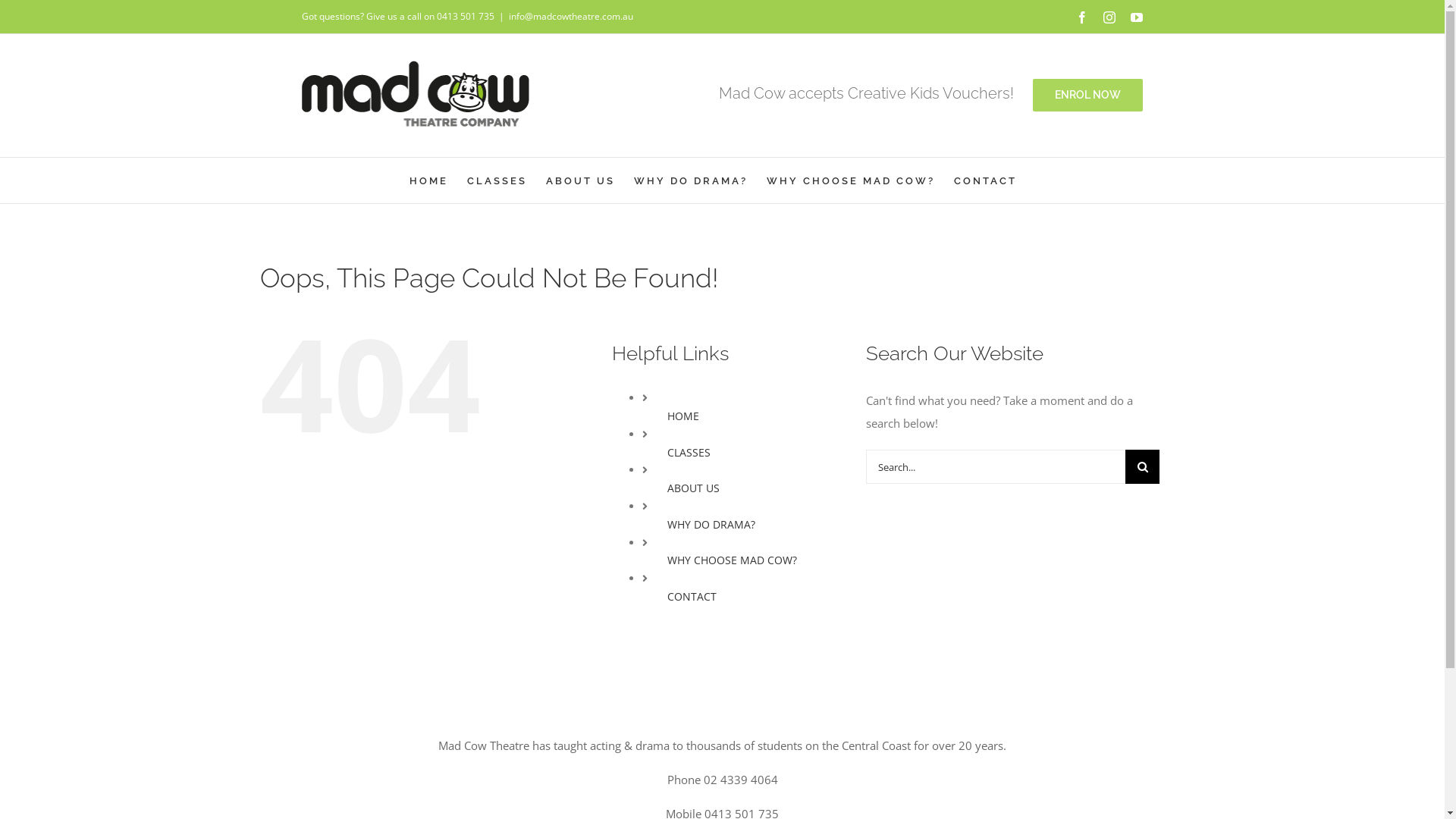 The width and height of the screenshot is (1456, 819). What do you see at coordinates (850, 180) in the screenshot?
I see `'WHY CHOOSE MAD COW?'` at bounding box center [850, 180].